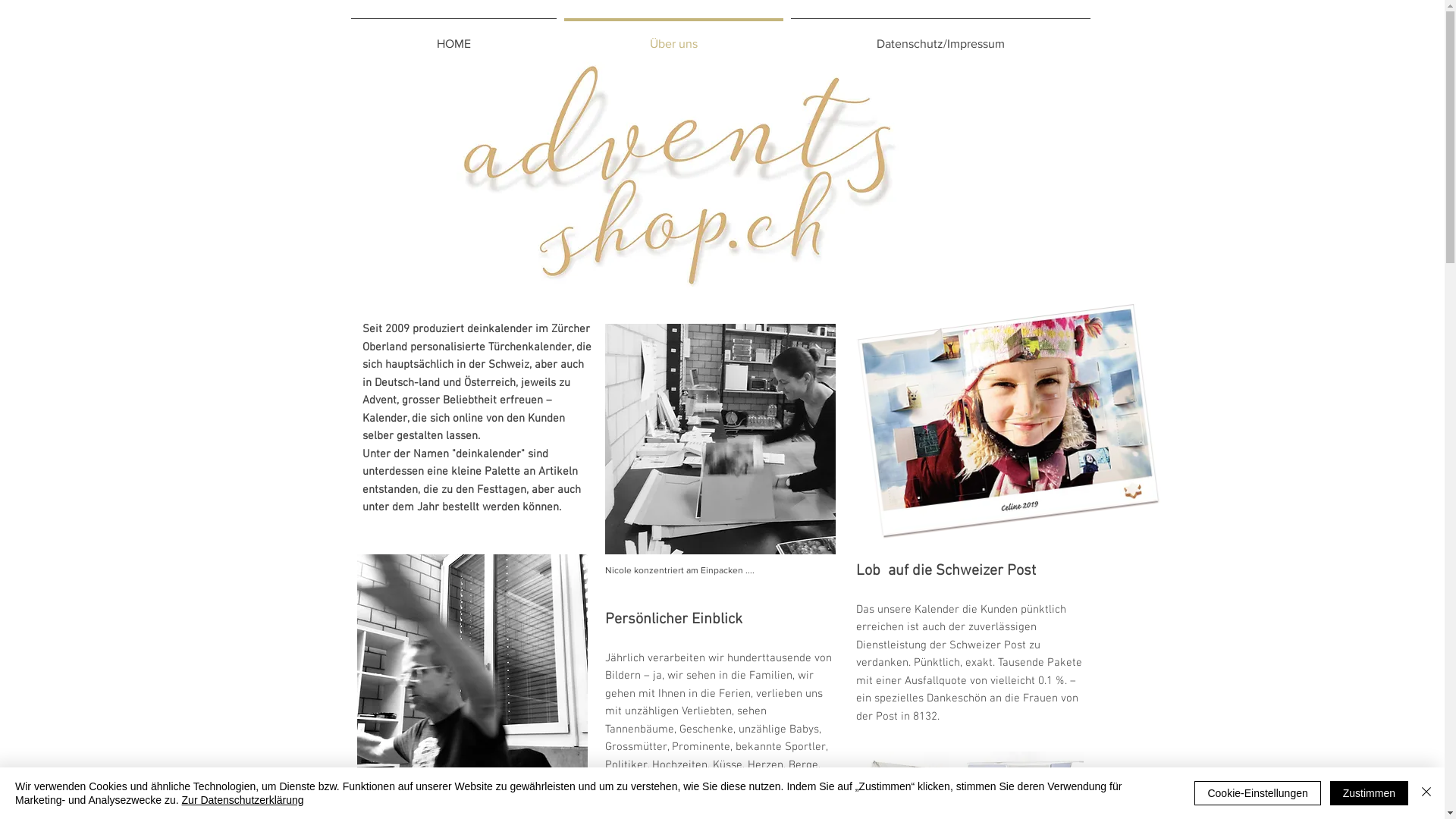  I want to click on 'HOME', so click(453, 36).